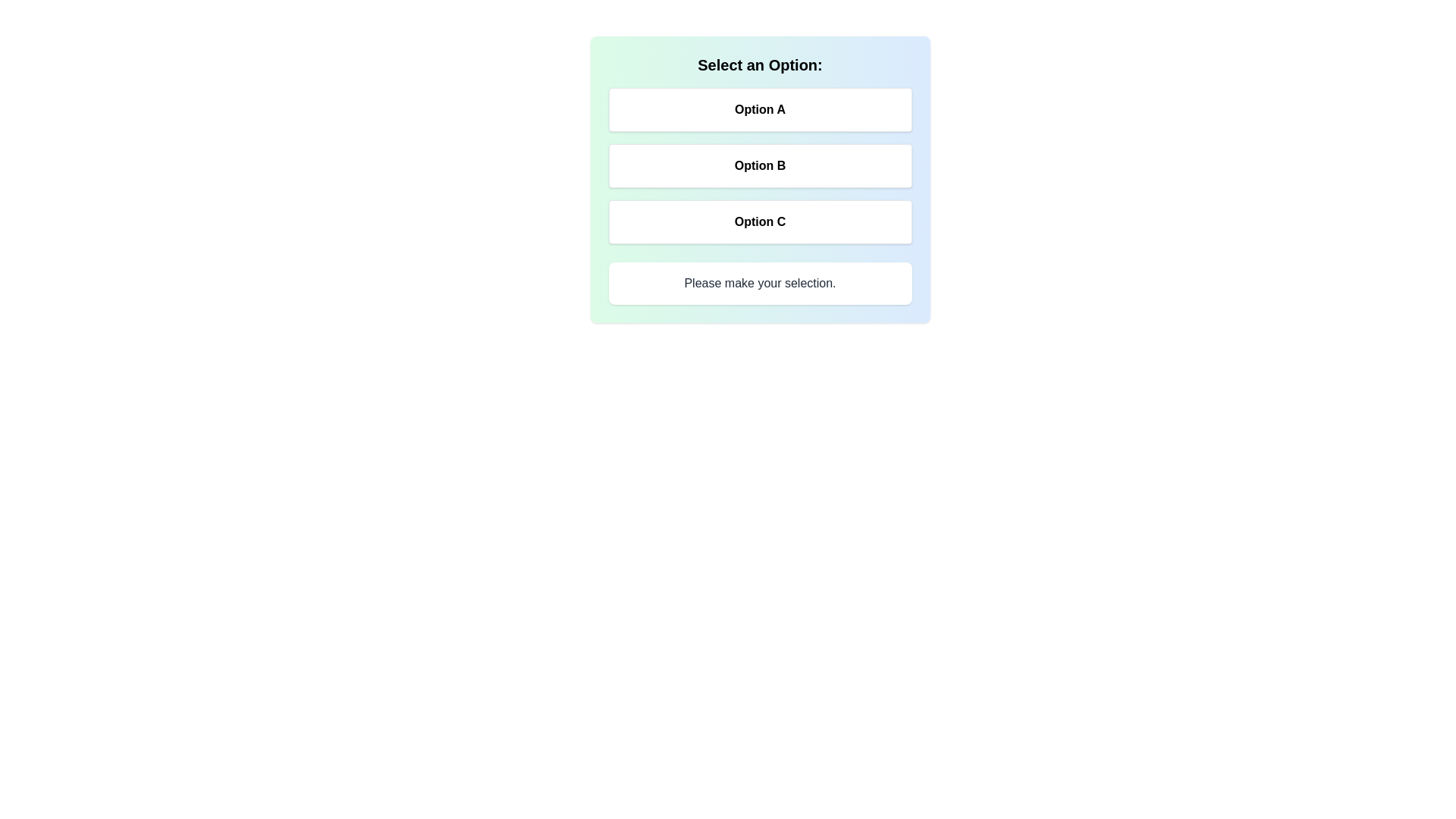 Image resolution: width=1456 pixels, height=819 pixels. Describe the element at coordinates (760, 166) in the screenshot. I see `the 'Option B' button, which is the second of three stacked options in a vertical list` at that location.